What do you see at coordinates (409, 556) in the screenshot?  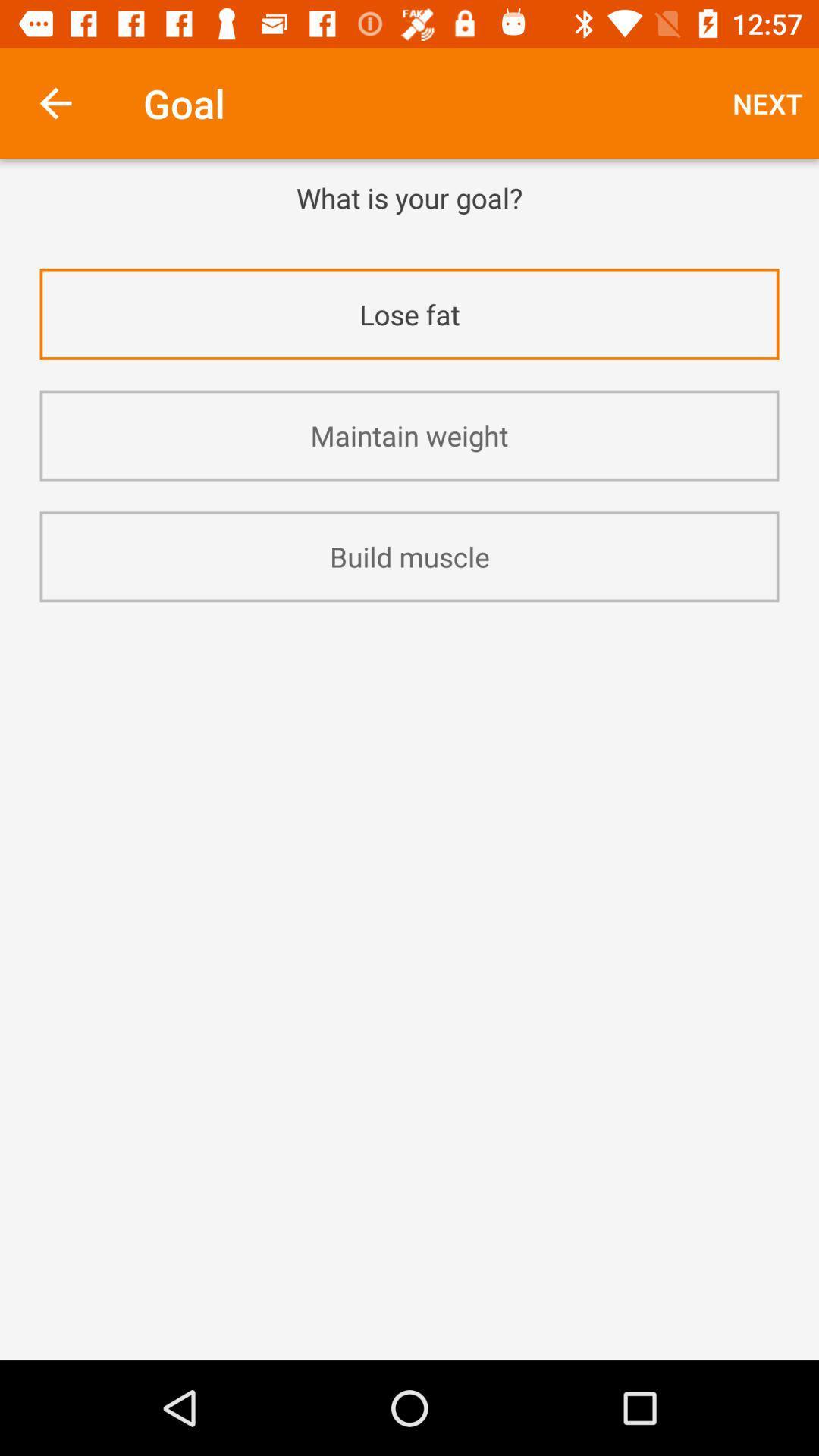 I see `the build muscle` at bounding box center [409, 556].